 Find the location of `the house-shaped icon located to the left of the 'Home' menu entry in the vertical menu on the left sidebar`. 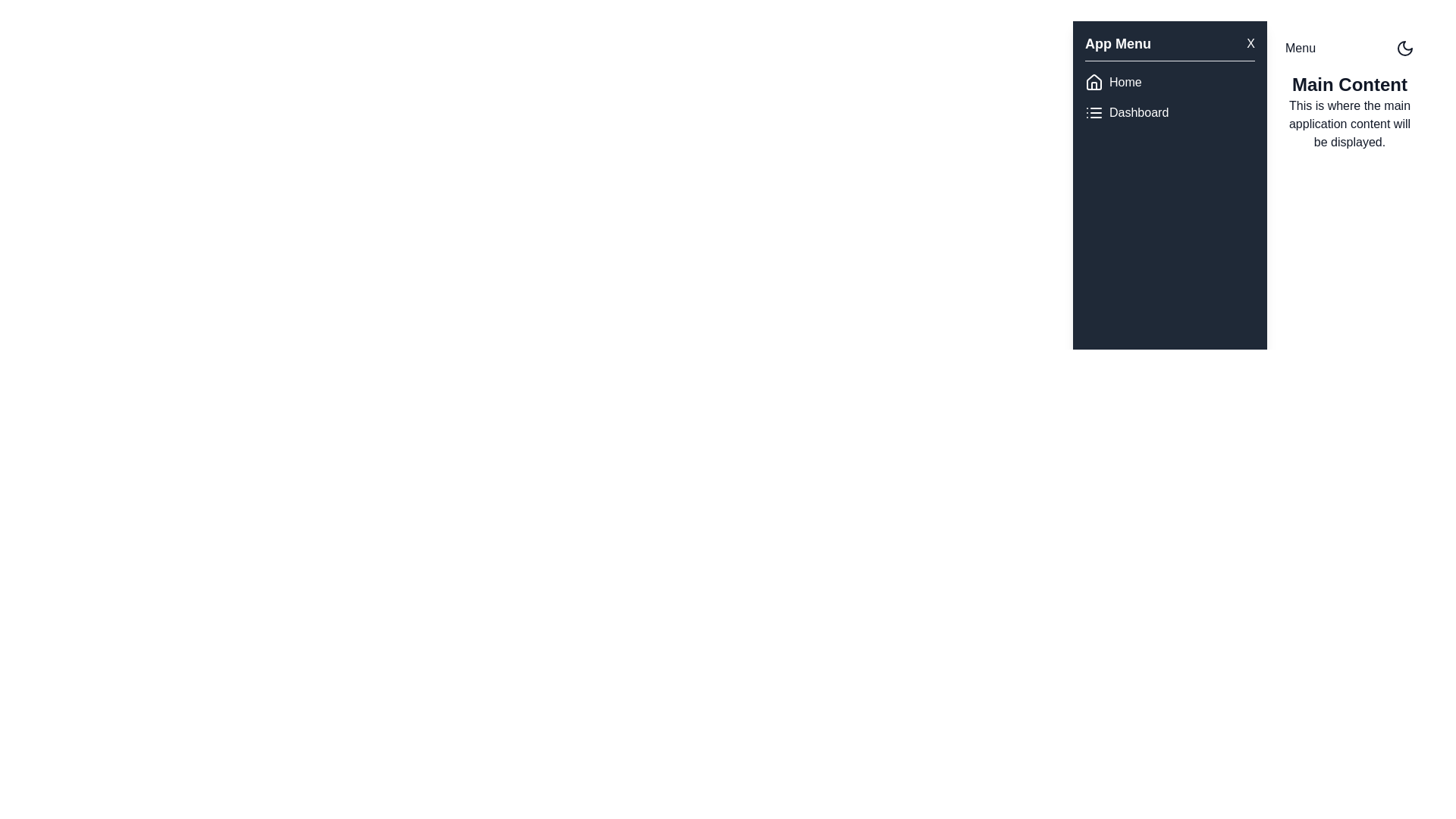

the house-shaped icon located to the left of the 'Home' menu entry in the vertical menu on the left sidebar is located at coordinates (1094, 82).